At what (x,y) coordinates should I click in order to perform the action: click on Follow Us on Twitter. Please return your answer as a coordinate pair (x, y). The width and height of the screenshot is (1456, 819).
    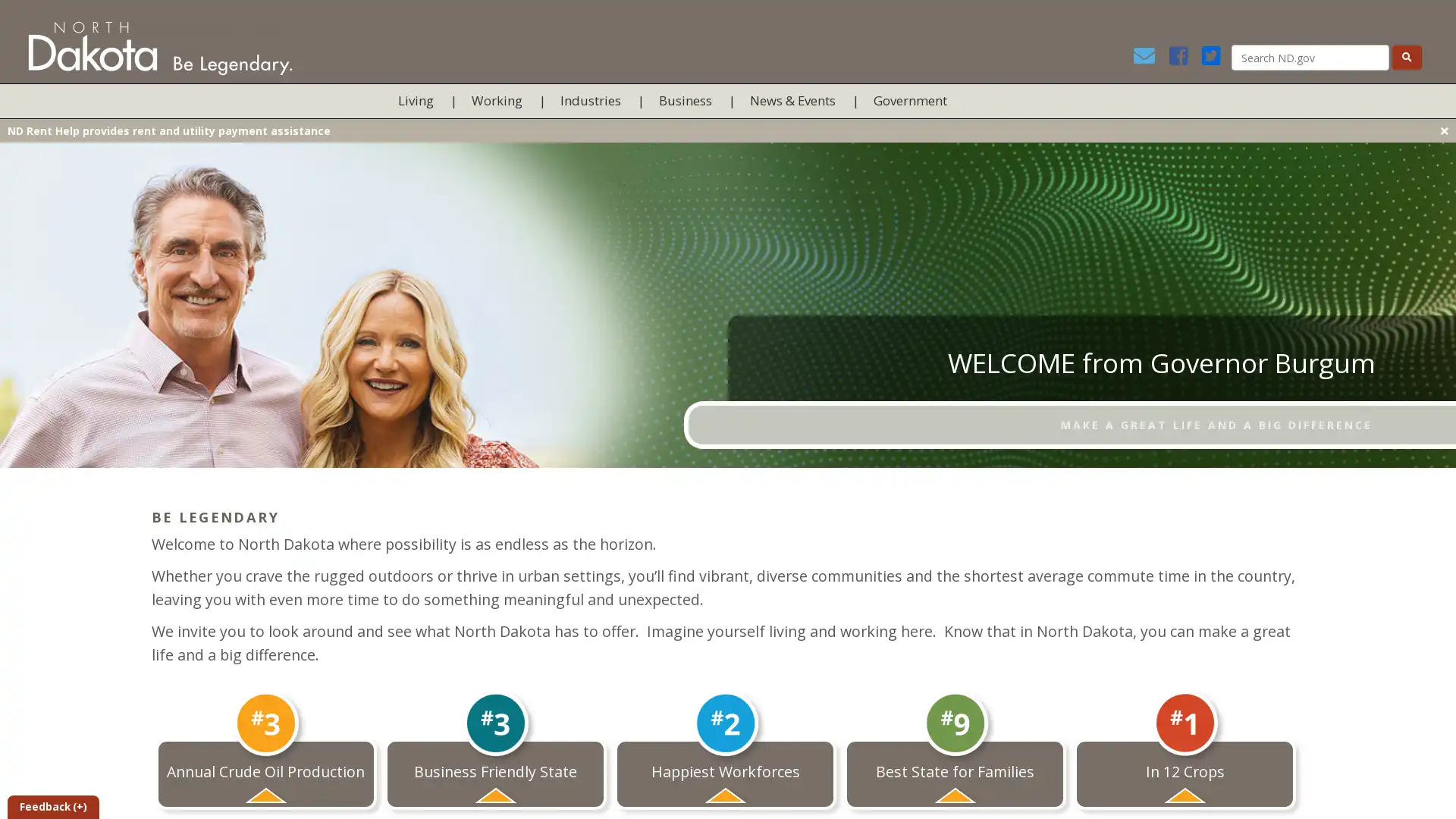
    Looking at the image, I should click on (1214, 58).